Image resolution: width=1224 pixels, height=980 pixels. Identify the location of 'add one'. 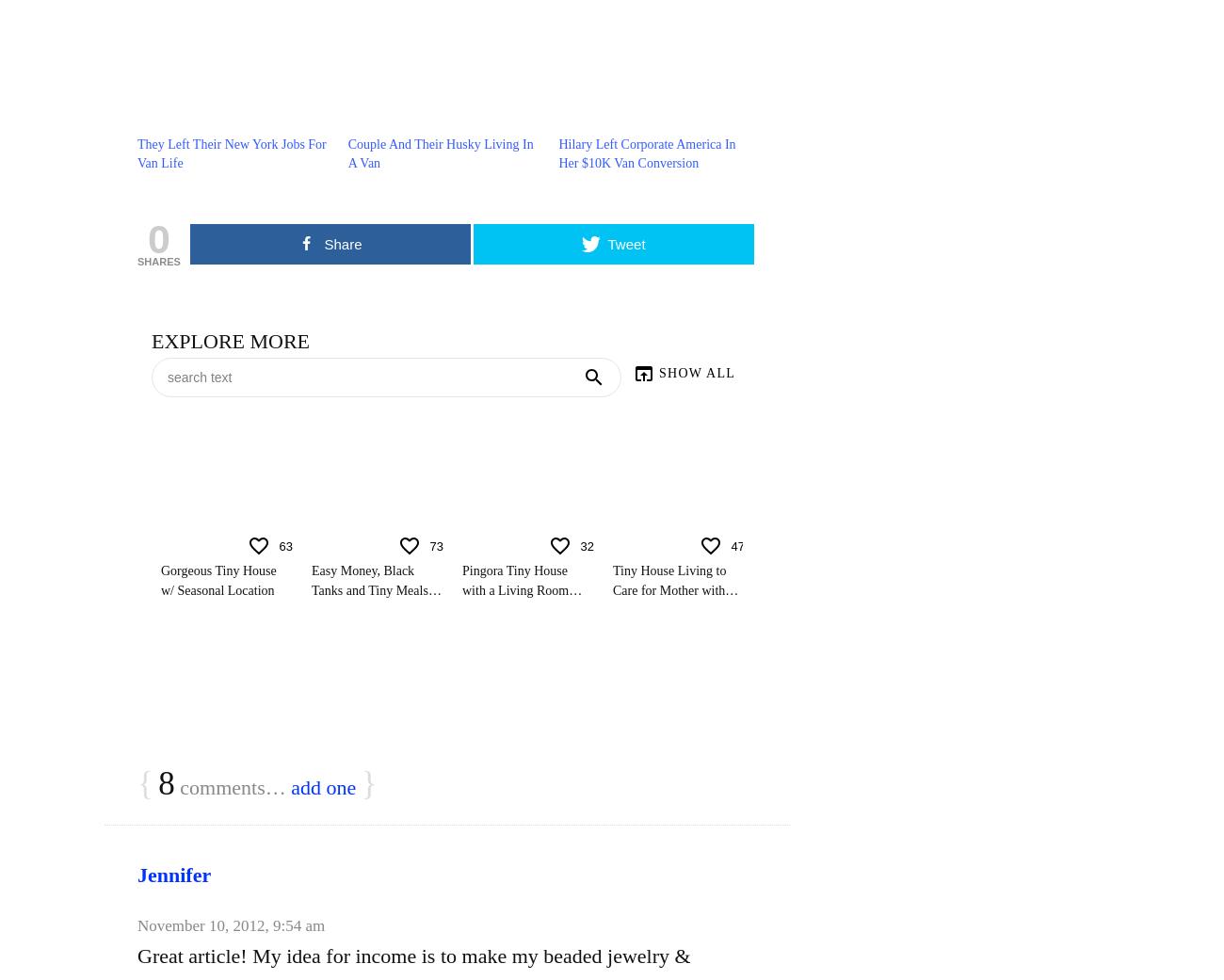
(291, 786).